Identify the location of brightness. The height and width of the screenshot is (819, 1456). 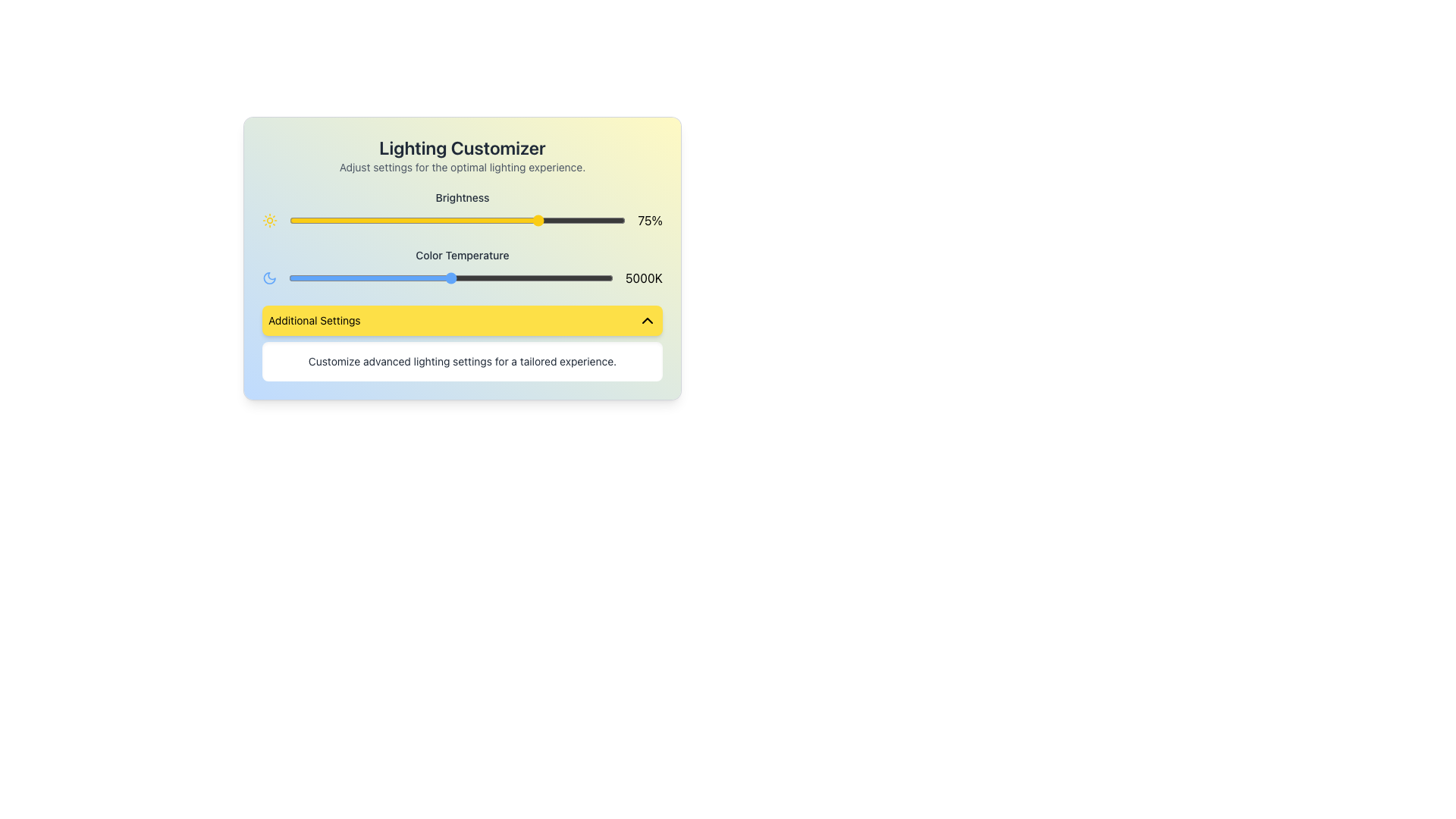
(470, 220).